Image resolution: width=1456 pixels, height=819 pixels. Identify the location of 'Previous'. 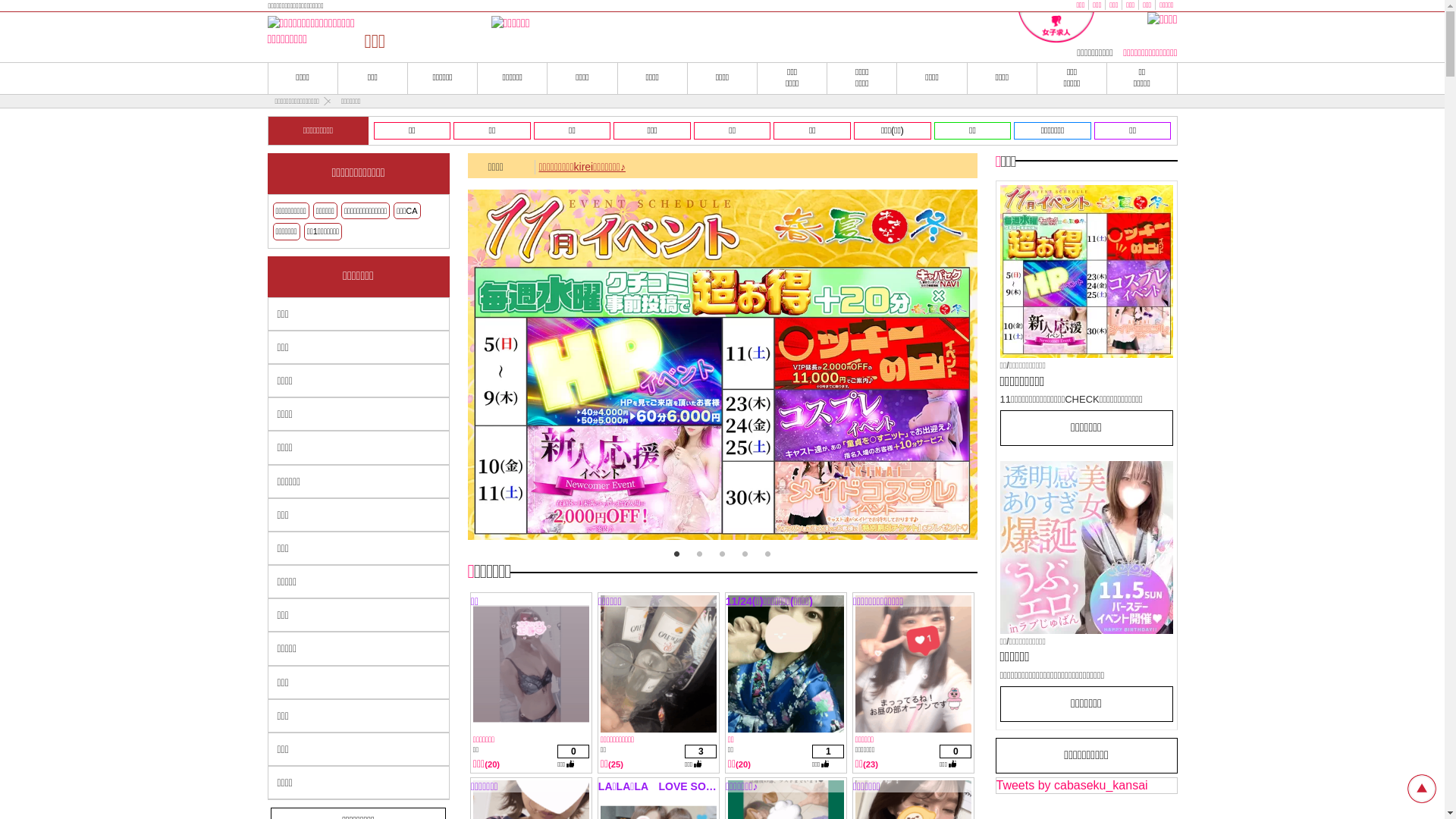
(477, 368).